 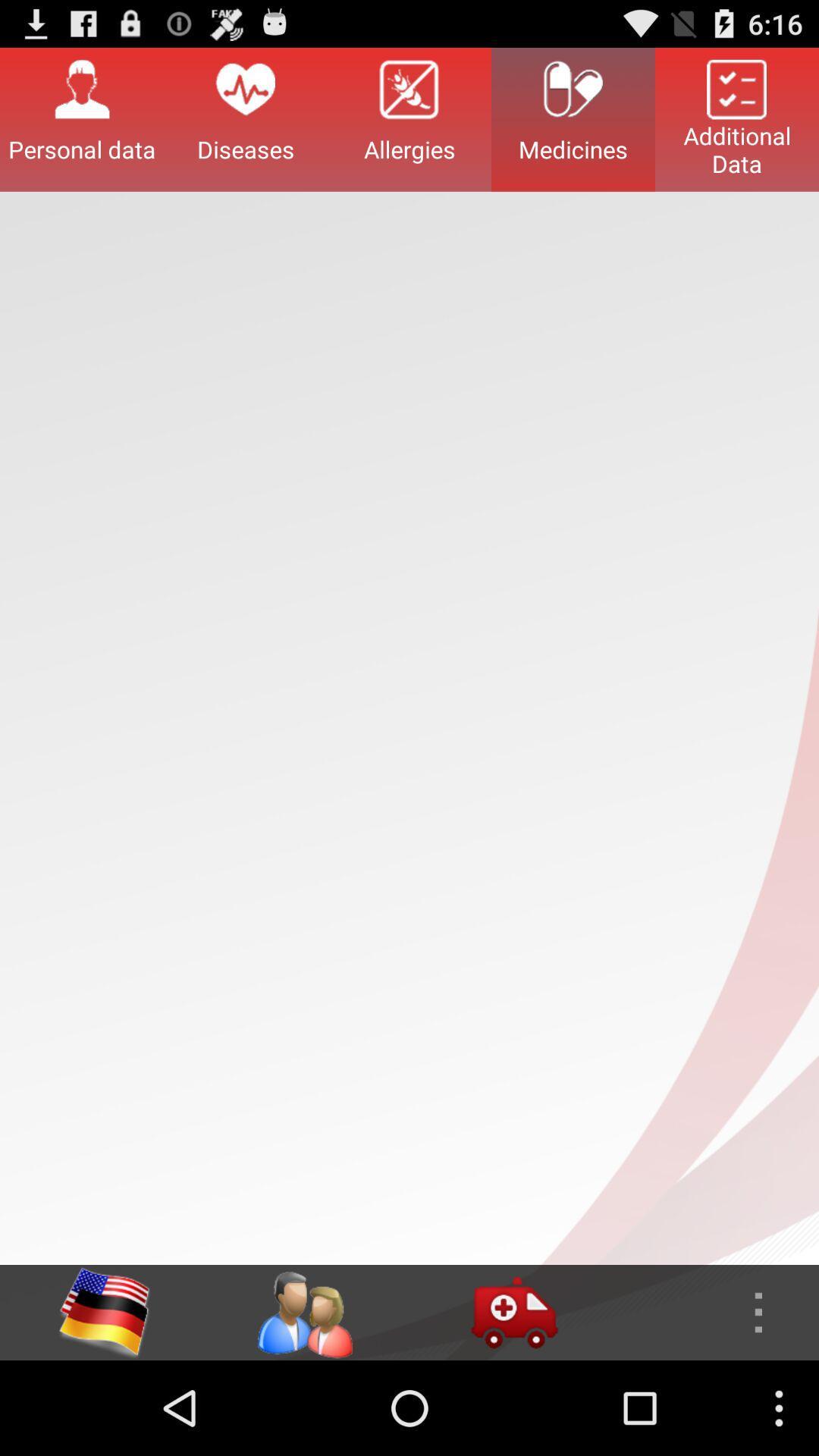 I want to click on the item next to allergies item, so click(x=245, y=118).